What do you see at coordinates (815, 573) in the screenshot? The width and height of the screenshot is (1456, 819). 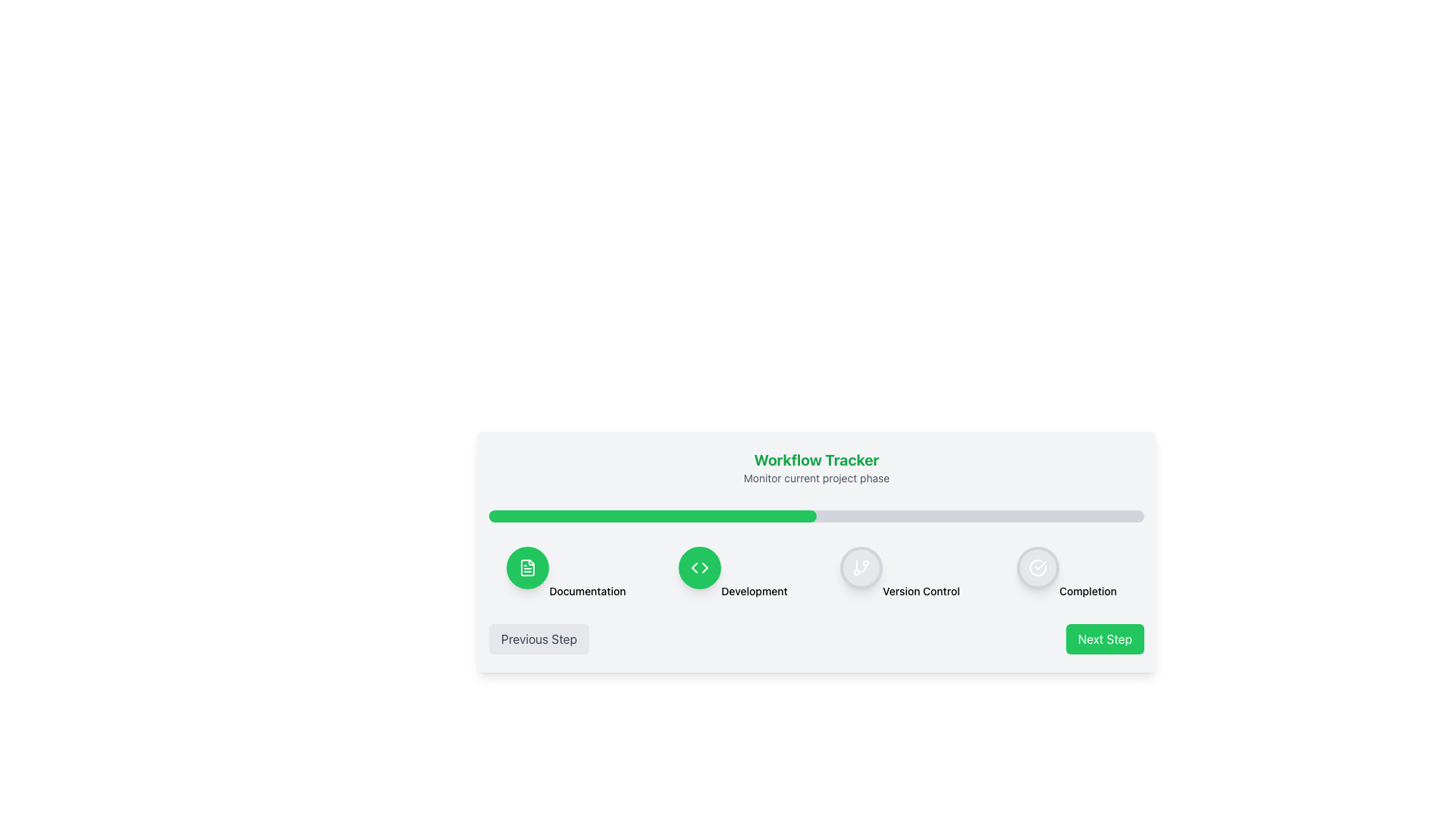 I see `the Grid element that visually represents project workflow stages, located in the middle-lower section of the interface, just below the progress bar and above the 'Previous Step' and 'Next Step' buttons` at bounding box center [815, 573].